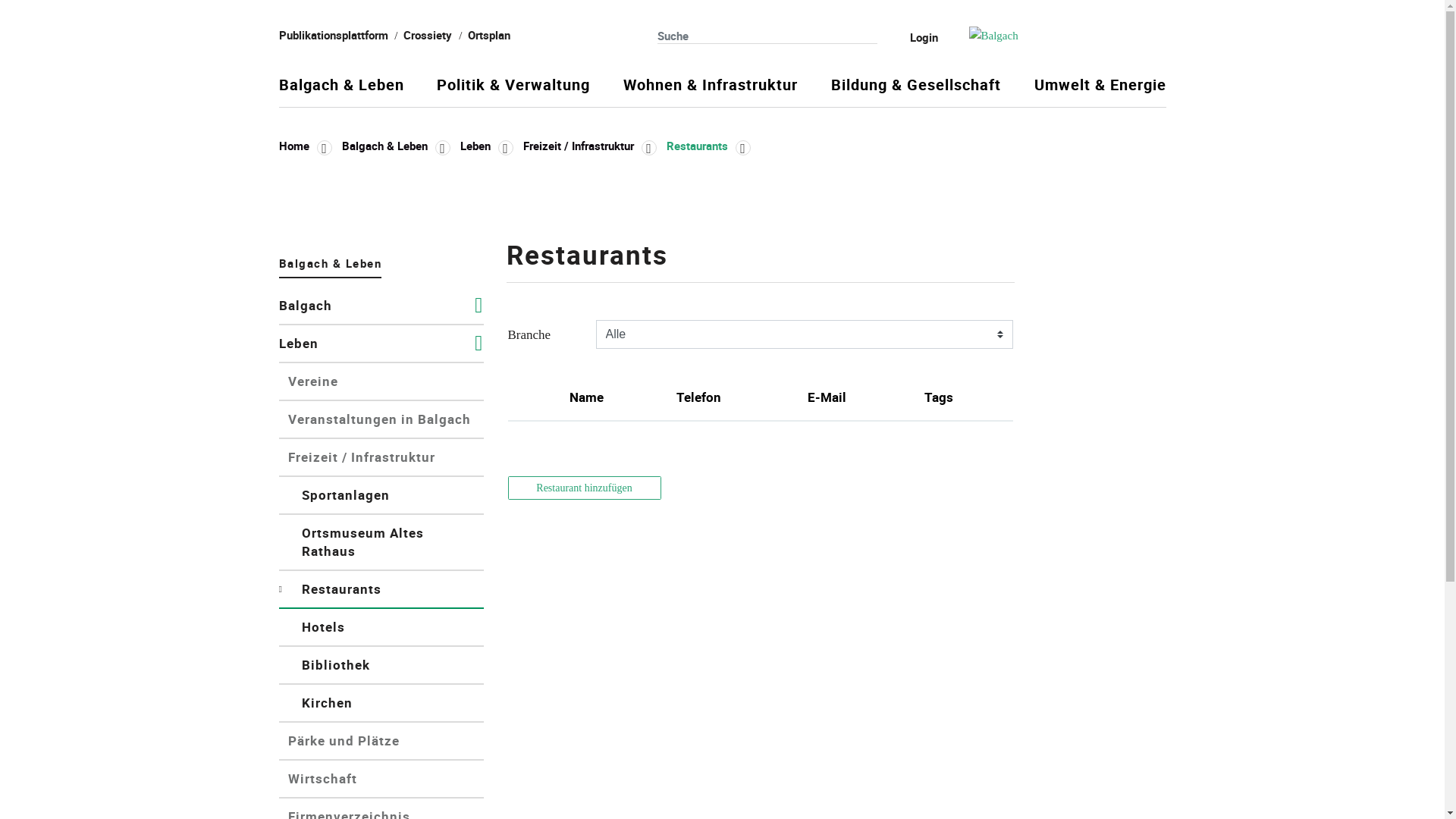  What do you see at coordinates (279, 306) in the screenshot?
I see `'Balgach'` at bounding box center [279, 306].